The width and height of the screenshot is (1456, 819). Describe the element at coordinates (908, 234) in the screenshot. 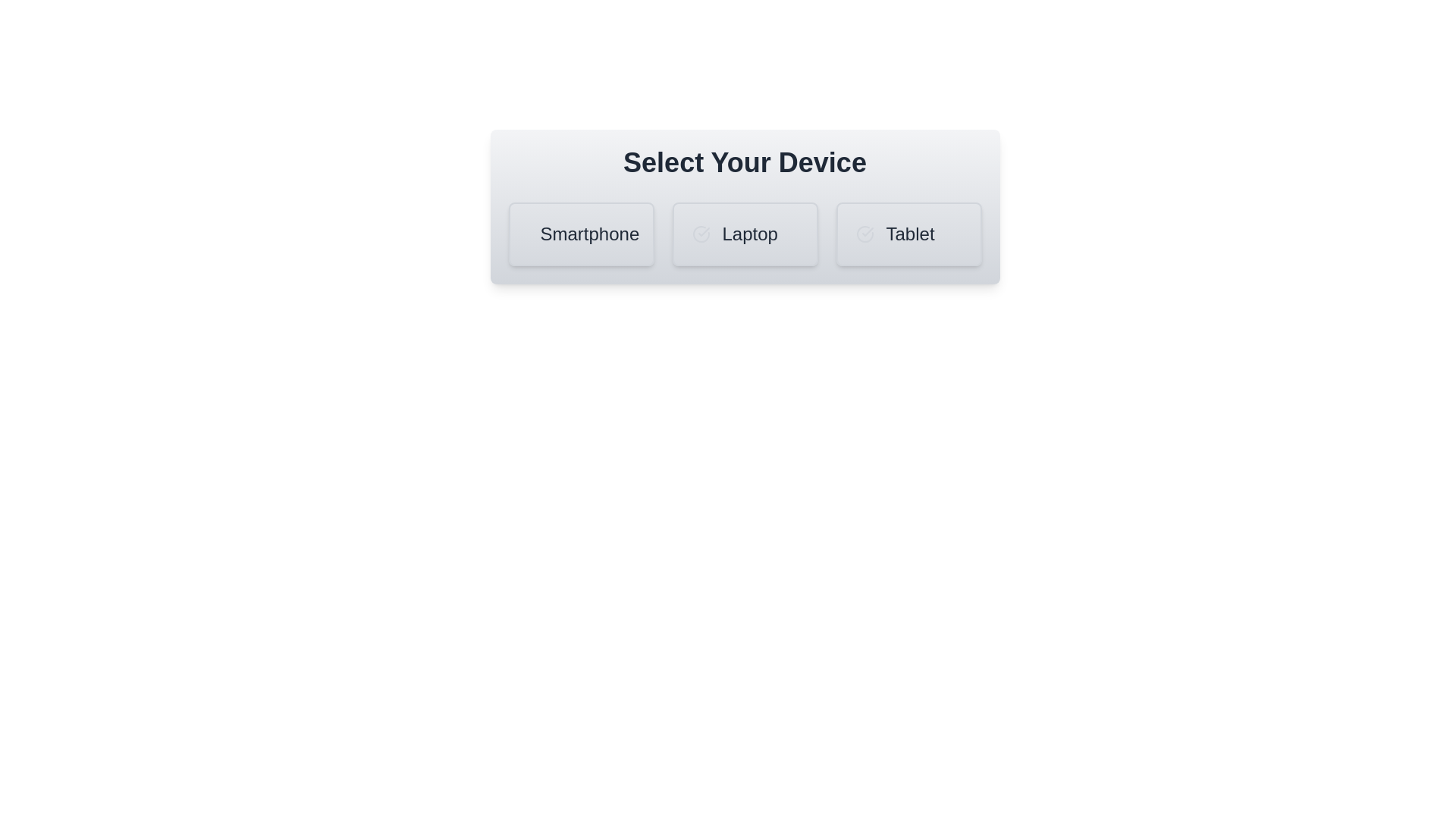

I see `the 'Tablet' radio button, which is the third button in the 'Select Your Device' group` at that location.